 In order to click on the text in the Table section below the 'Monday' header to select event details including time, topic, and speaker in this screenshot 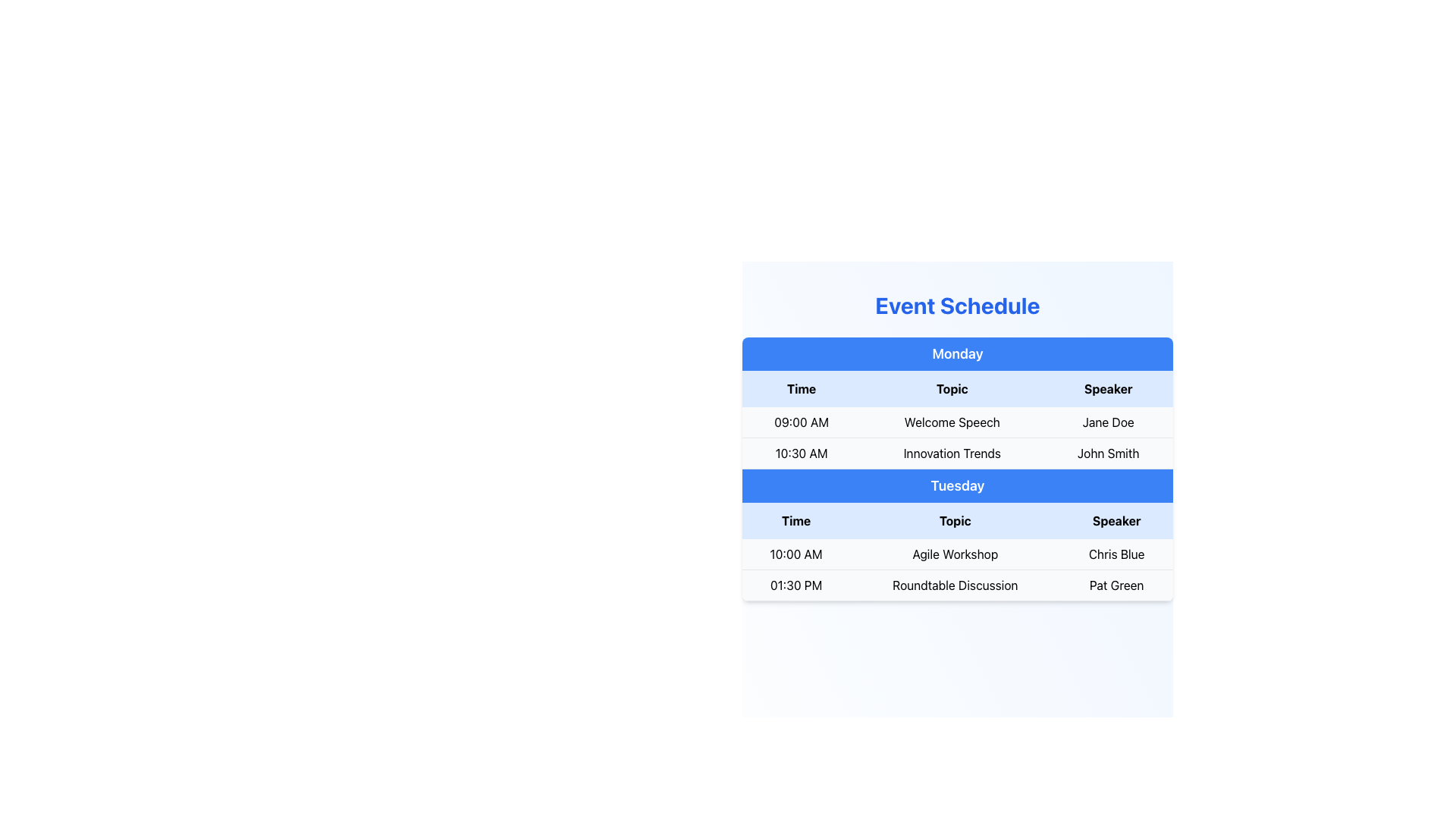, I will do `click(956, 420)`.